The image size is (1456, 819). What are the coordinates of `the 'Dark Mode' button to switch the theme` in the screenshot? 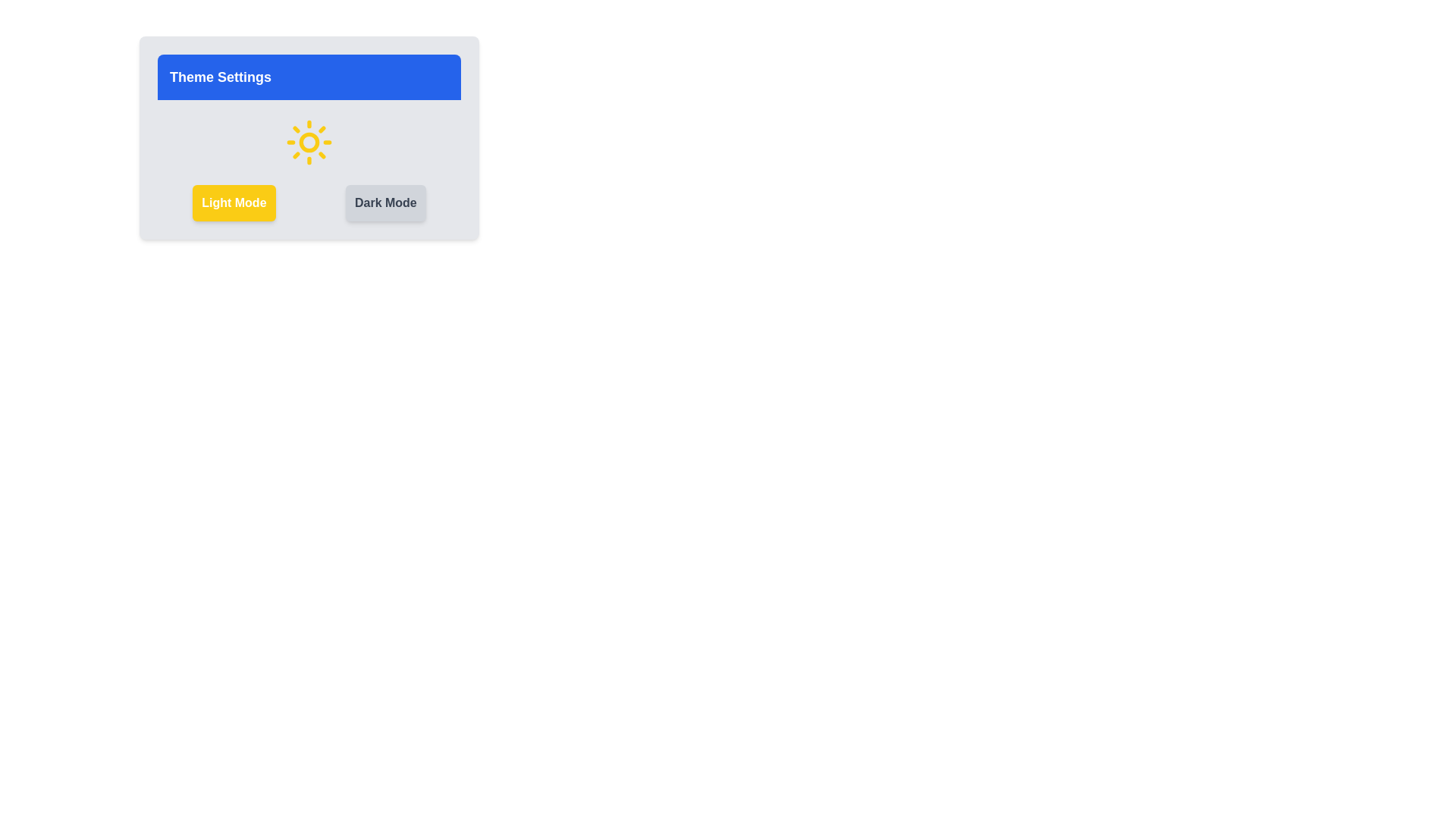 It's located at (385, 202).